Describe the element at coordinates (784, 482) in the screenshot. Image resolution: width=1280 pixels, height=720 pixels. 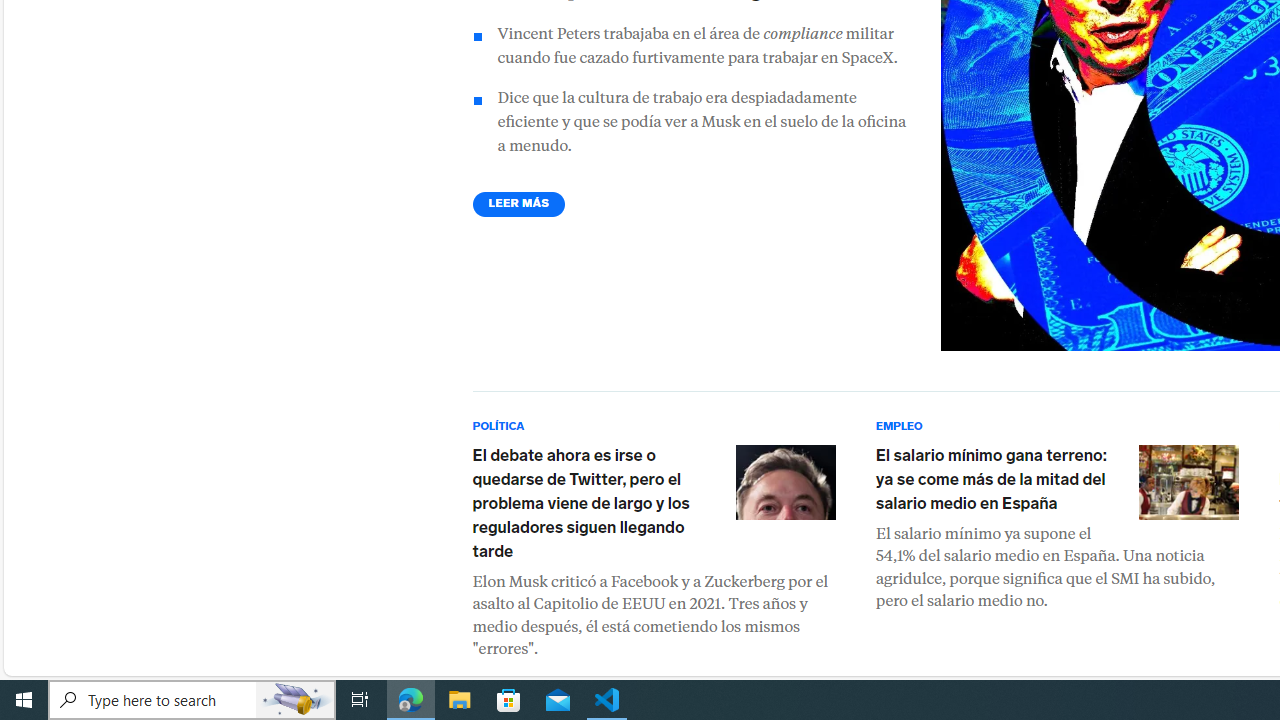
I see `'Elon Musk'` at that location.